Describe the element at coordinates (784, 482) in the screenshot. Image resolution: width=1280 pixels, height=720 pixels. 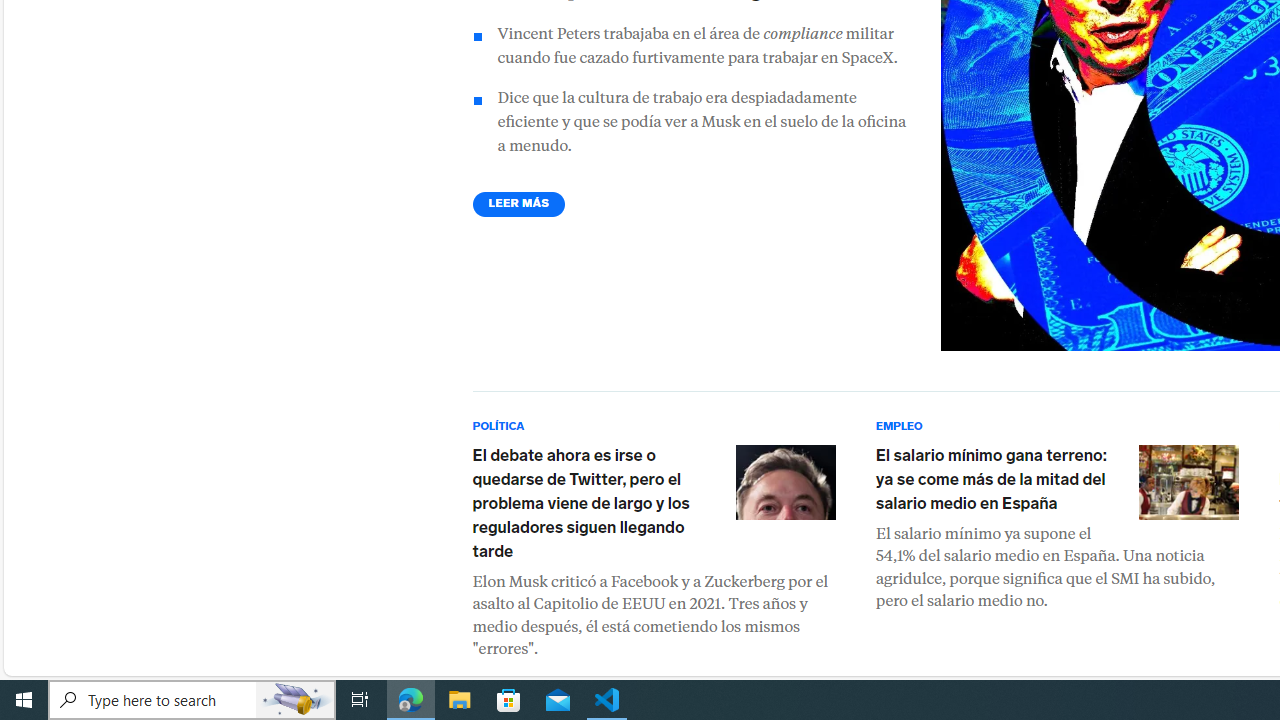
I see `'Elon Musk'` at that location.